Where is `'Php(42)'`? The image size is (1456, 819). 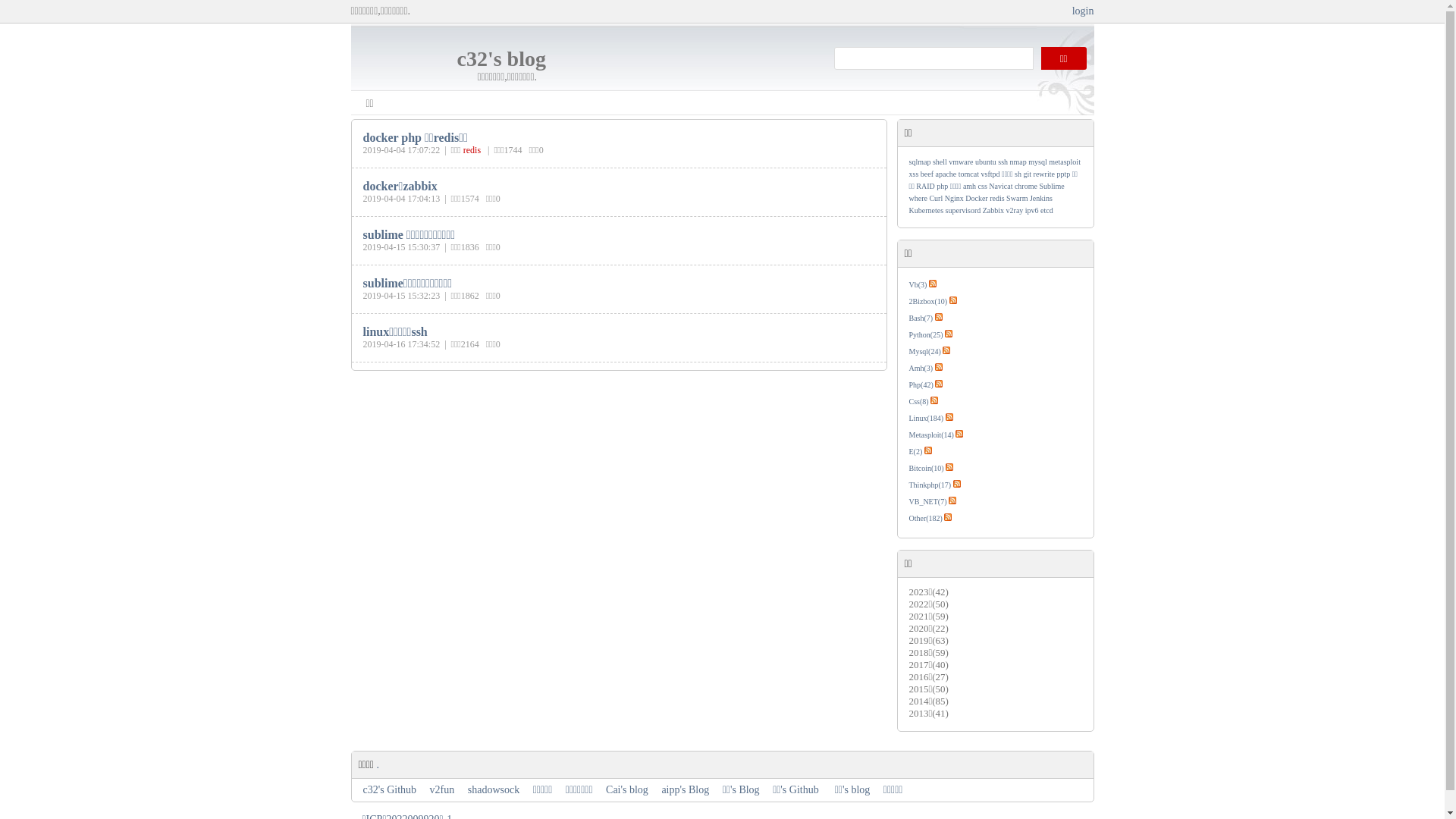 'Php(42)' is located at coordinates (920, 384).